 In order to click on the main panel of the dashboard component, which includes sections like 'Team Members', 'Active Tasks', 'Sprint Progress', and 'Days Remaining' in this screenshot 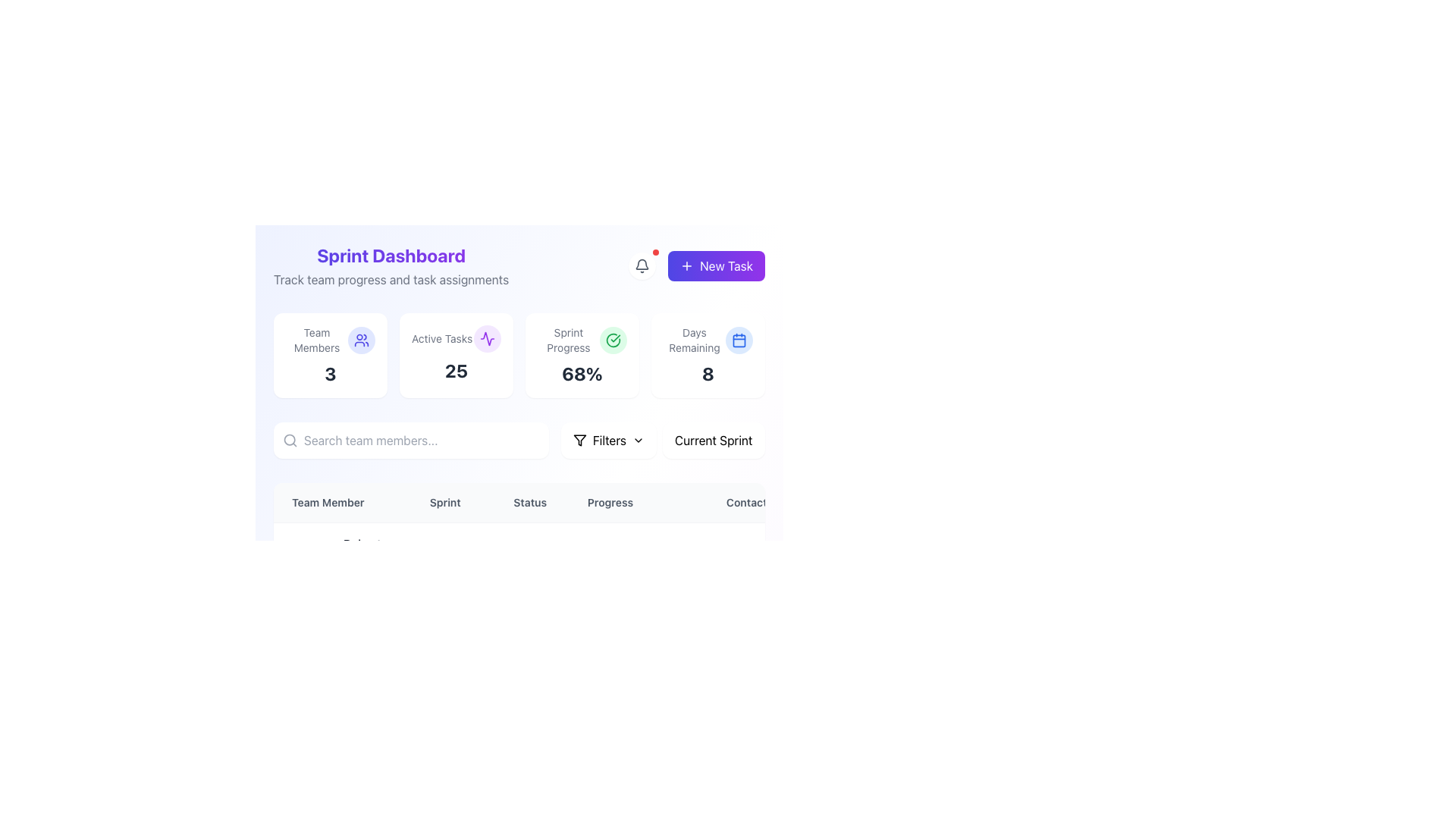, I will do `click(519, 374)`.